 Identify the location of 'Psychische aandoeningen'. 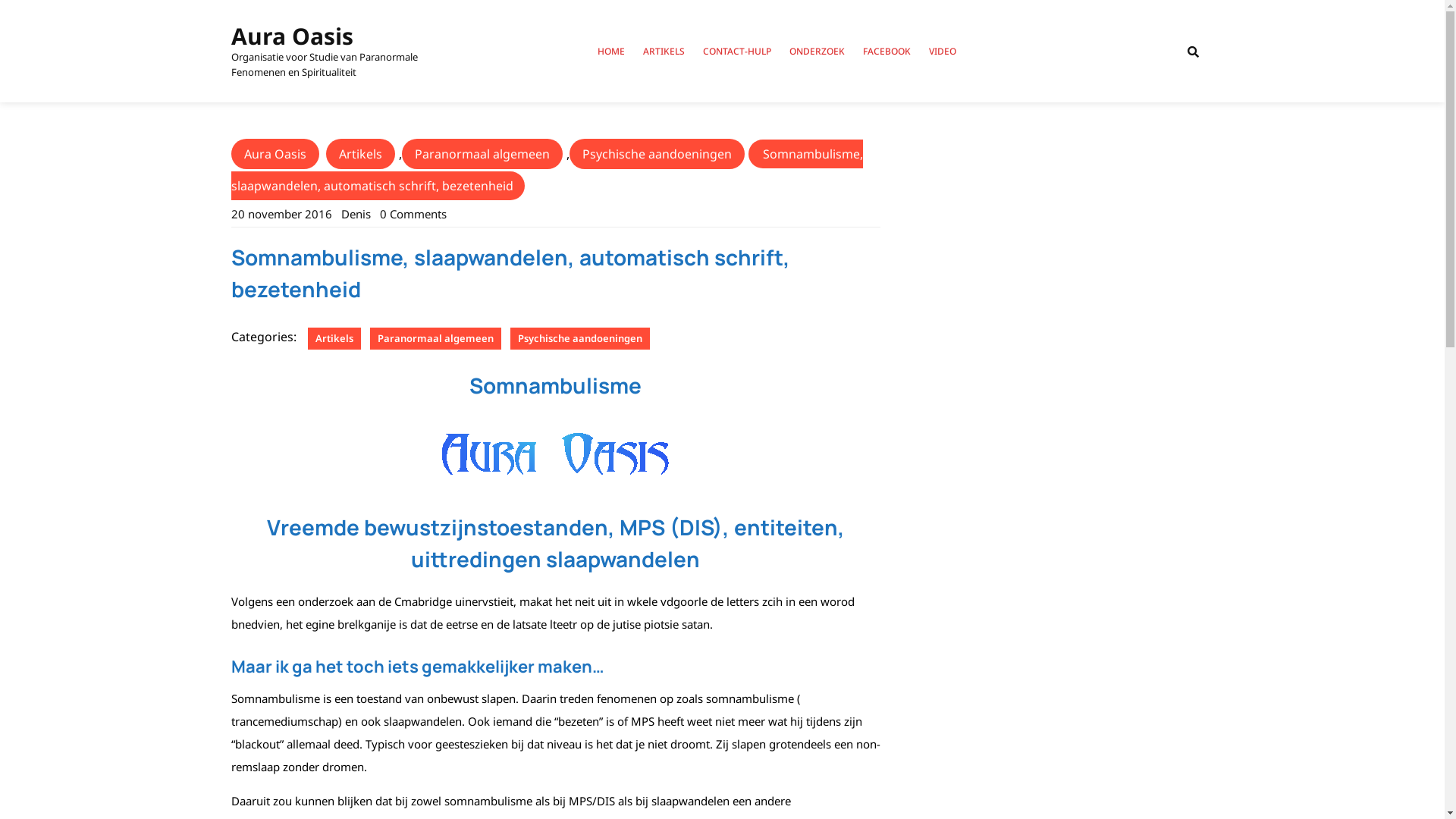
(567, 154).